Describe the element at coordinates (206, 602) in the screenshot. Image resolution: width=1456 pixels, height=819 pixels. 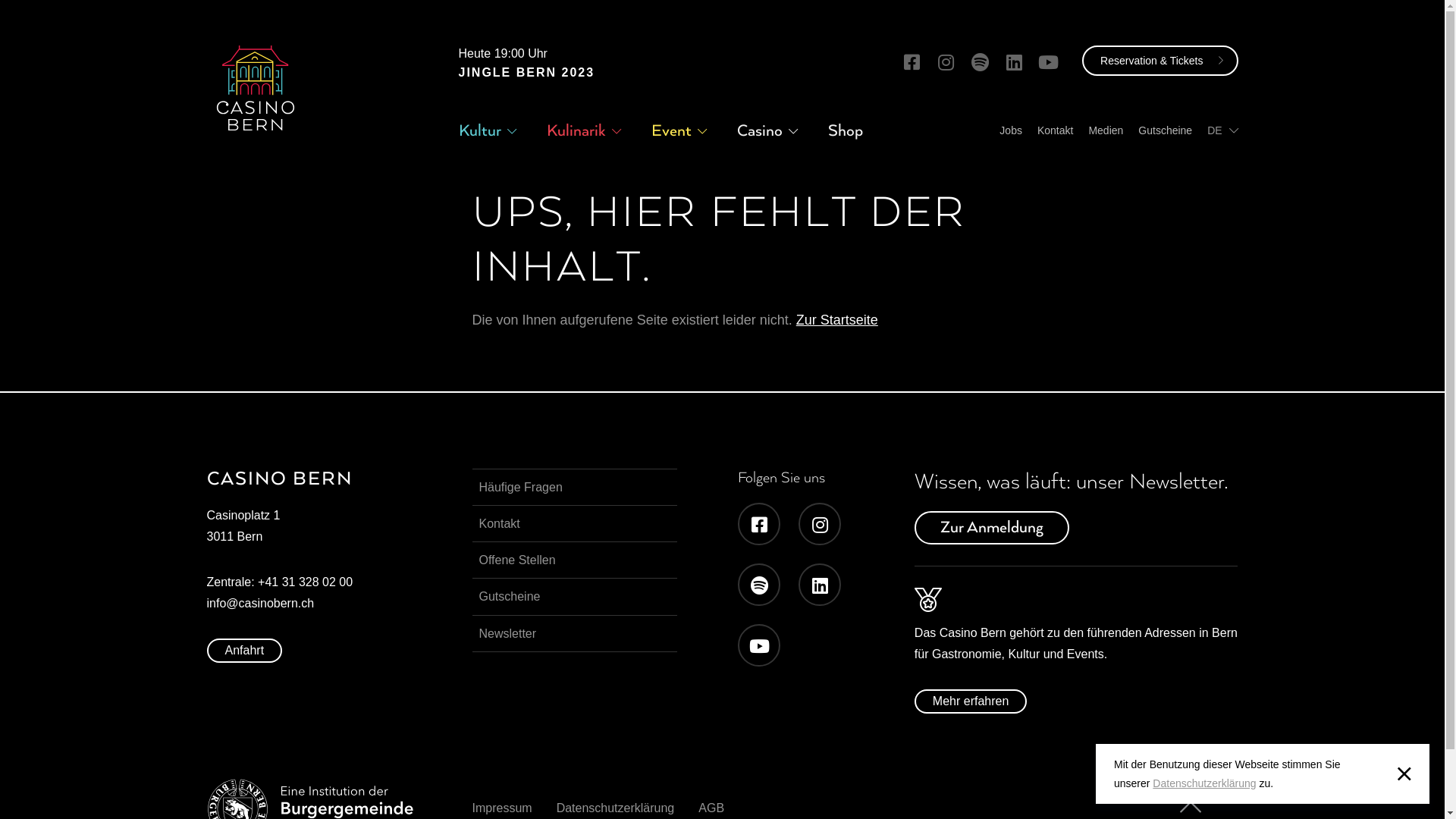
I see `'info@casinobern.ch'` at that location.